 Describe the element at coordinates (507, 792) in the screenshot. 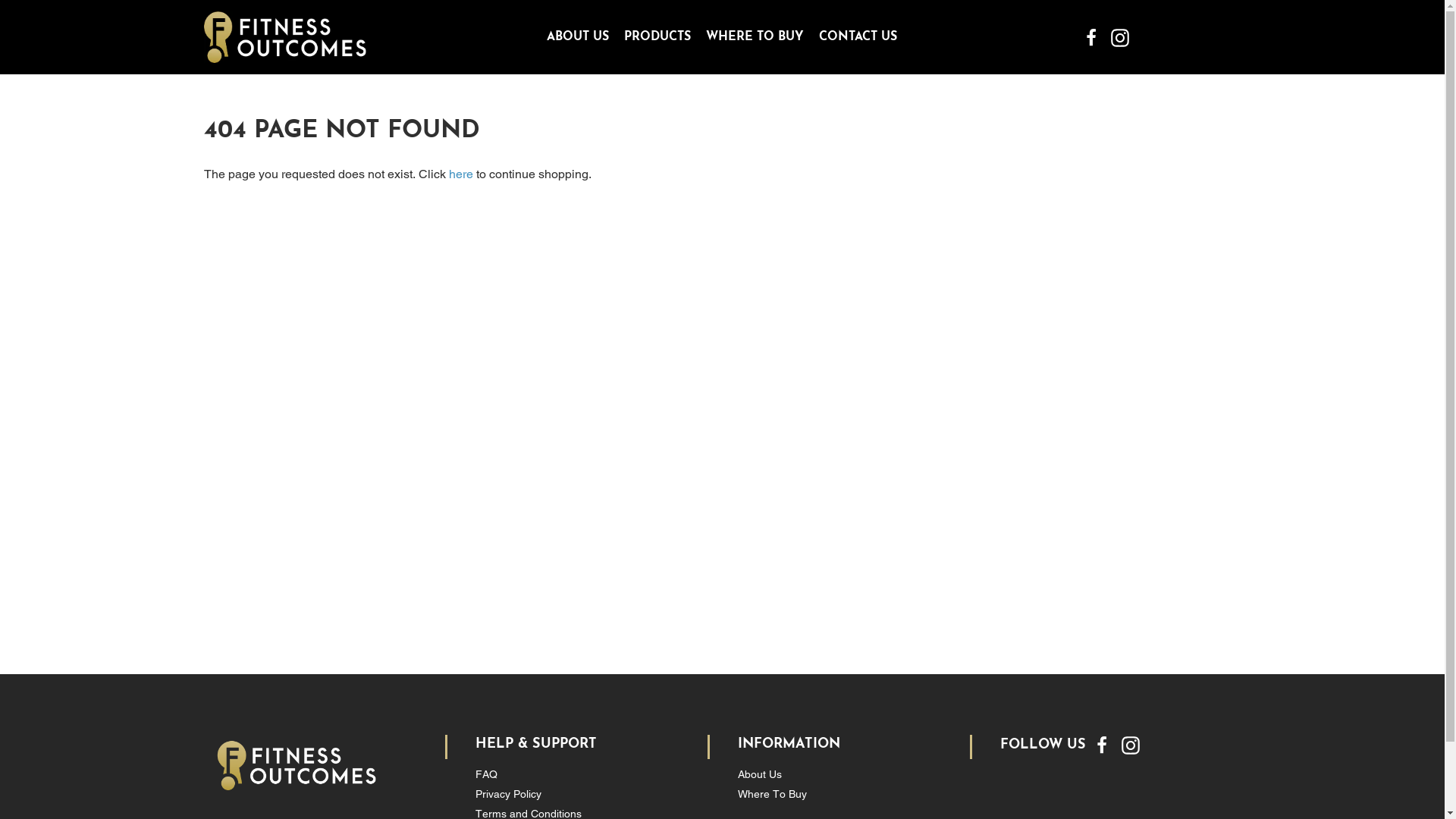

I see `'Privacy Policy'` at that location.